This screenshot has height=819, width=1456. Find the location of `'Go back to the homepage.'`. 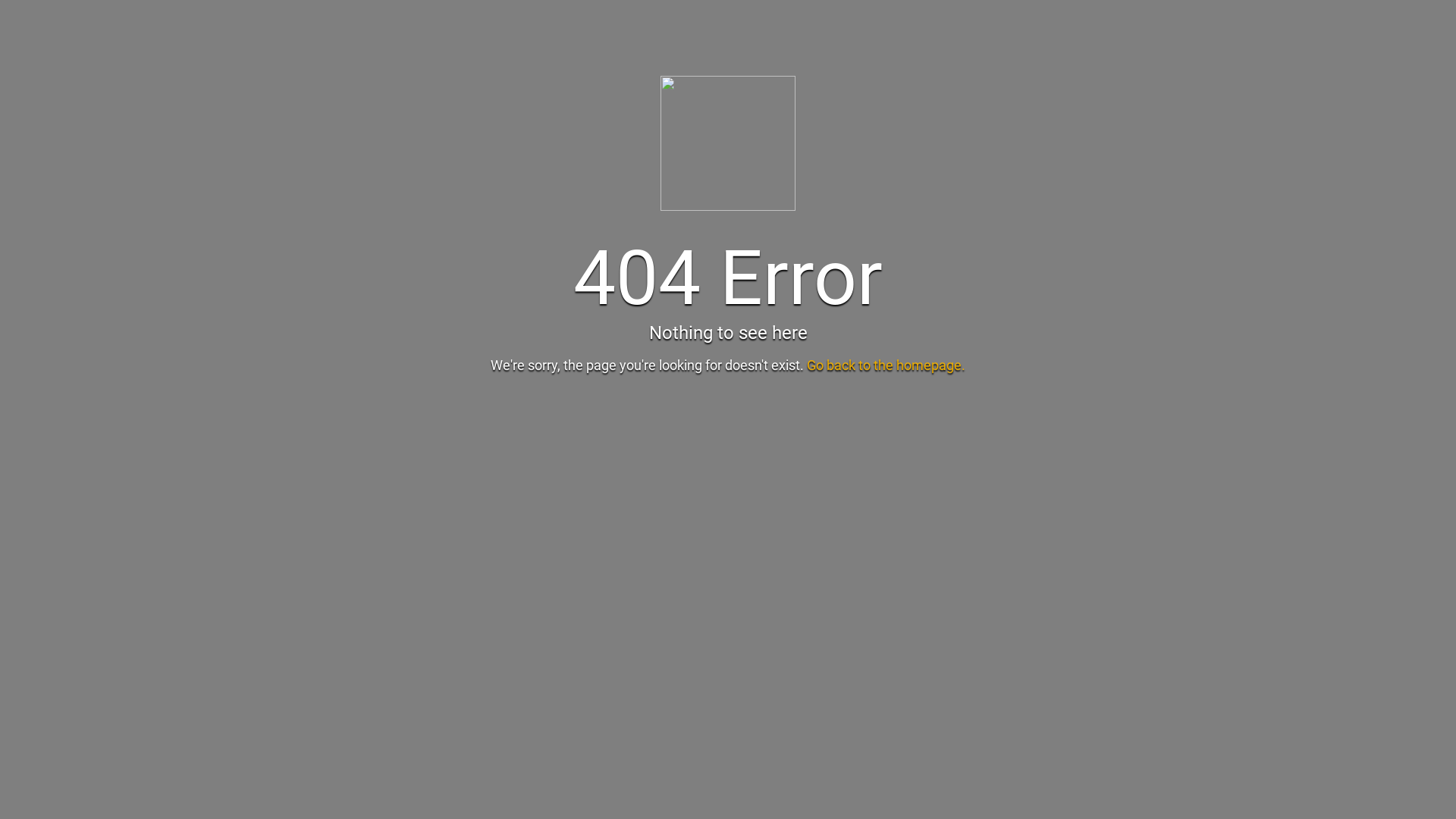

'Go back to the homepage.' is located at coordinates (886, 365).